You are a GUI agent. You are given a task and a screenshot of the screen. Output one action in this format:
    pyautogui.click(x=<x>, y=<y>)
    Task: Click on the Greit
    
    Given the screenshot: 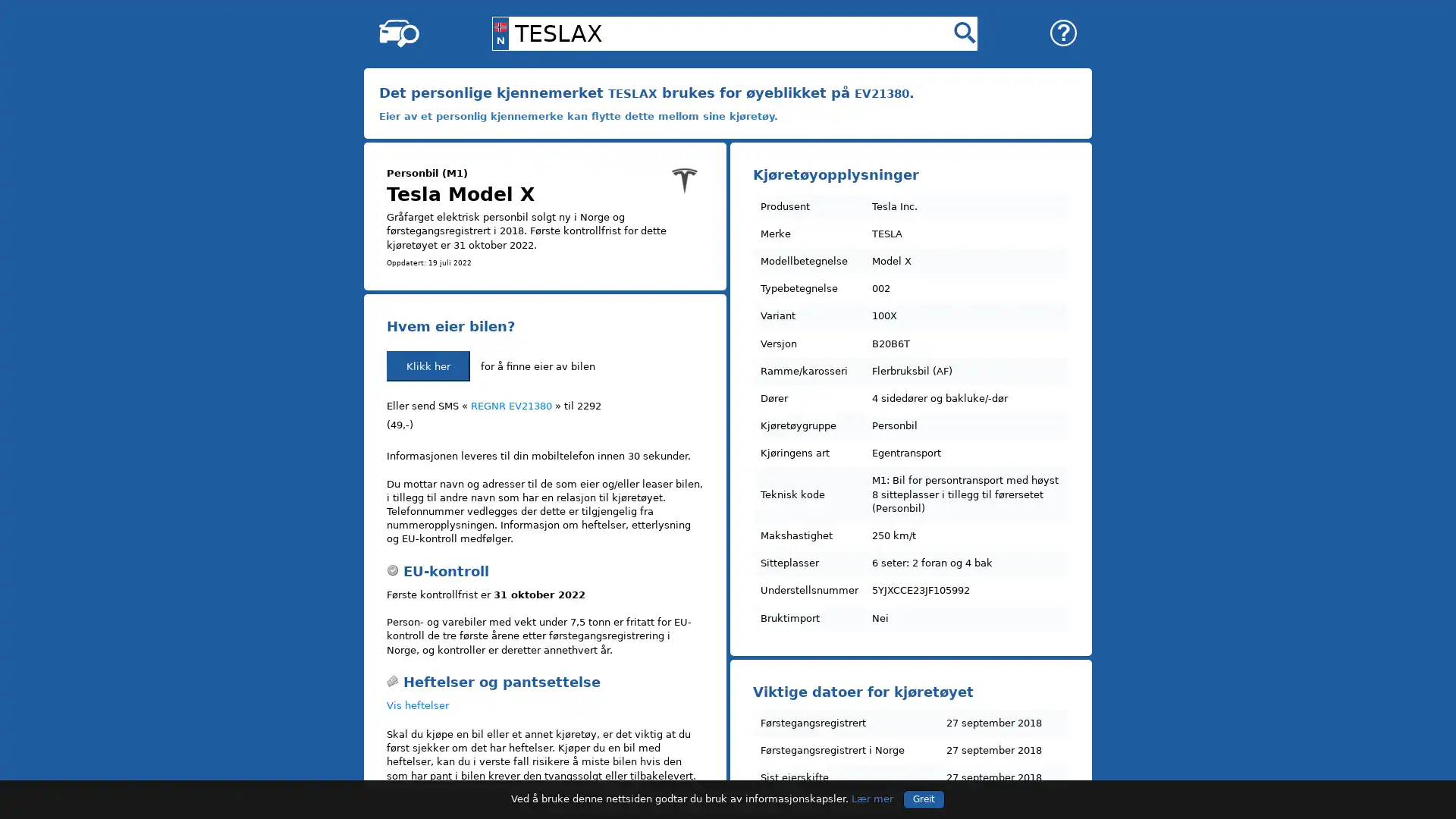 What is the action you would take?
    pyautogui.click(x=923, y=798)
    